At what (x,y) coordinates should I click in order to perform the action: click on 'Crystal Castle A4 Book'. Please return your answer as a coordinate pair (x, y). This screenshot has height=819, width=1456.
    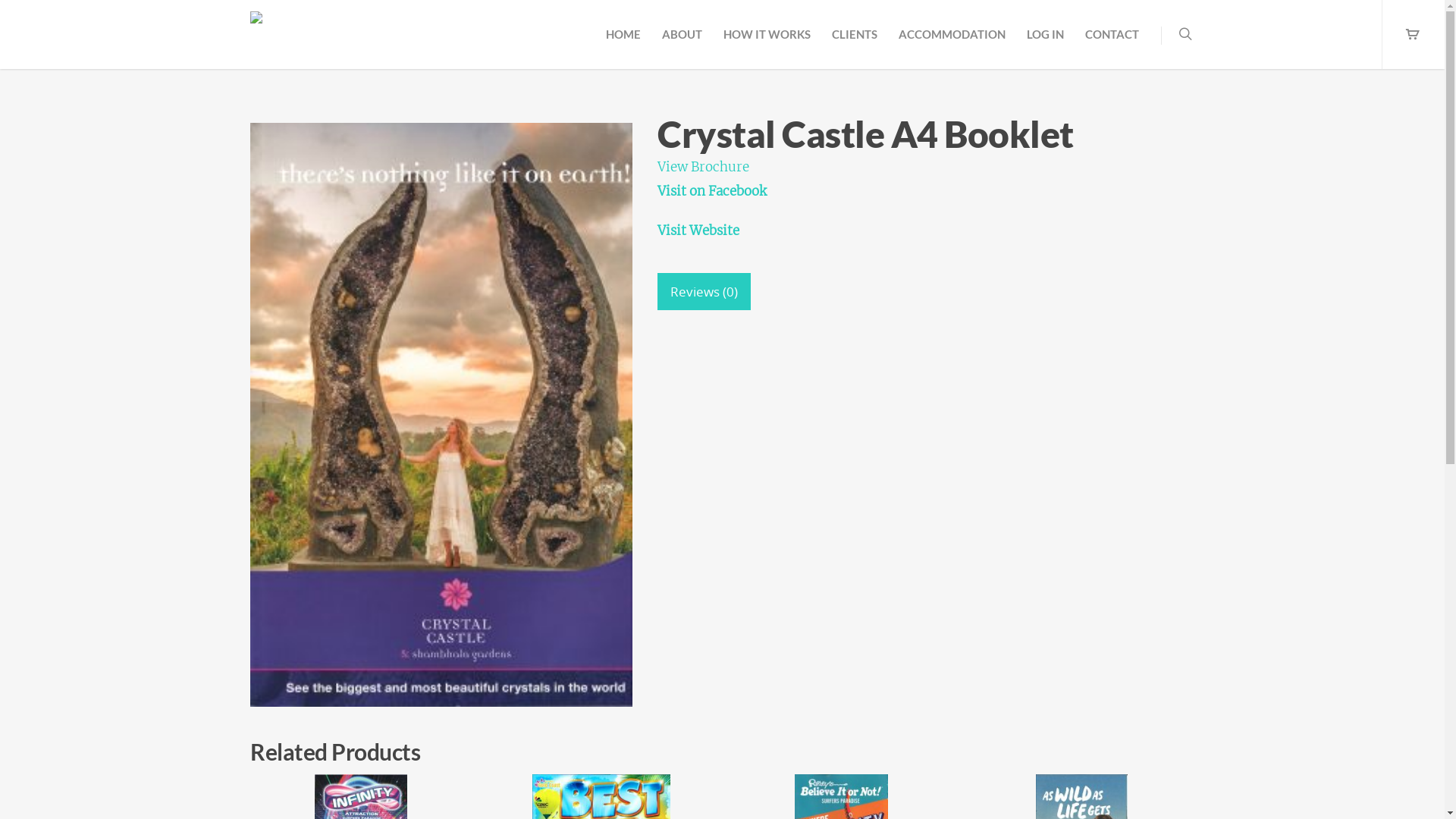
    Looking at the image, I should click on (440, 415).